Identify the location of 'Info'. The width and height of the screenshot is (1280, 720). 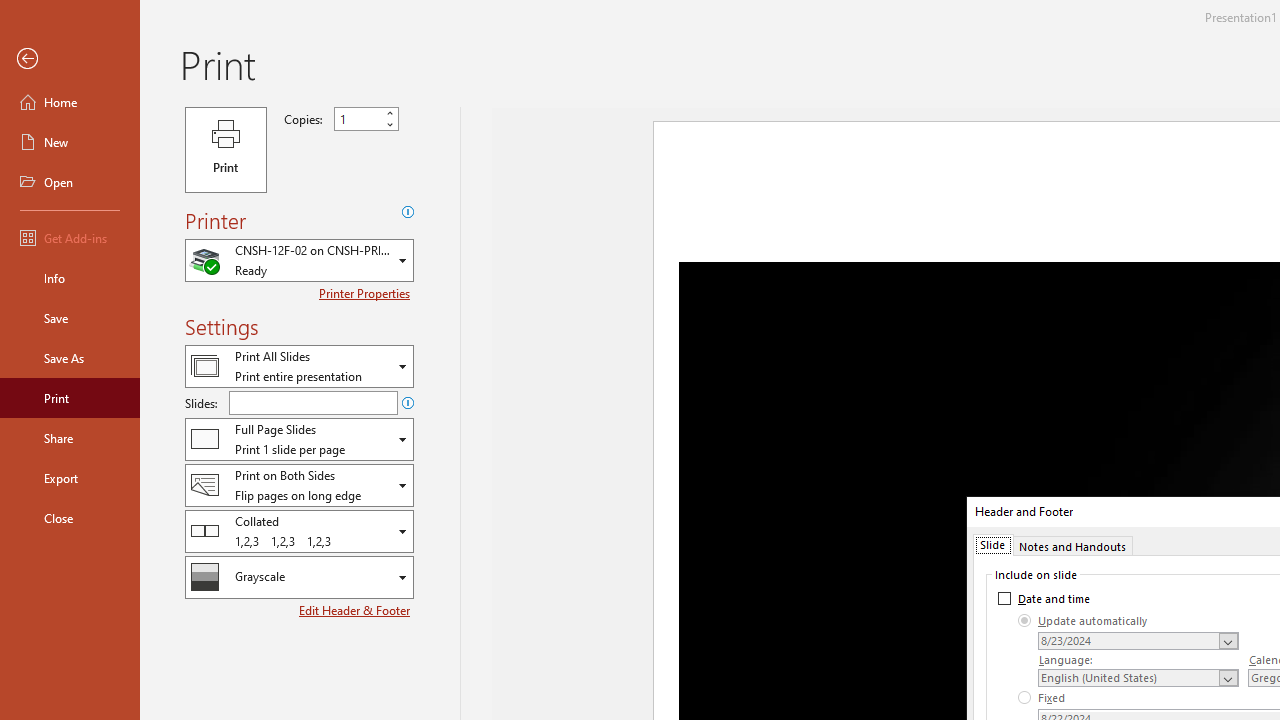
(69, 277).